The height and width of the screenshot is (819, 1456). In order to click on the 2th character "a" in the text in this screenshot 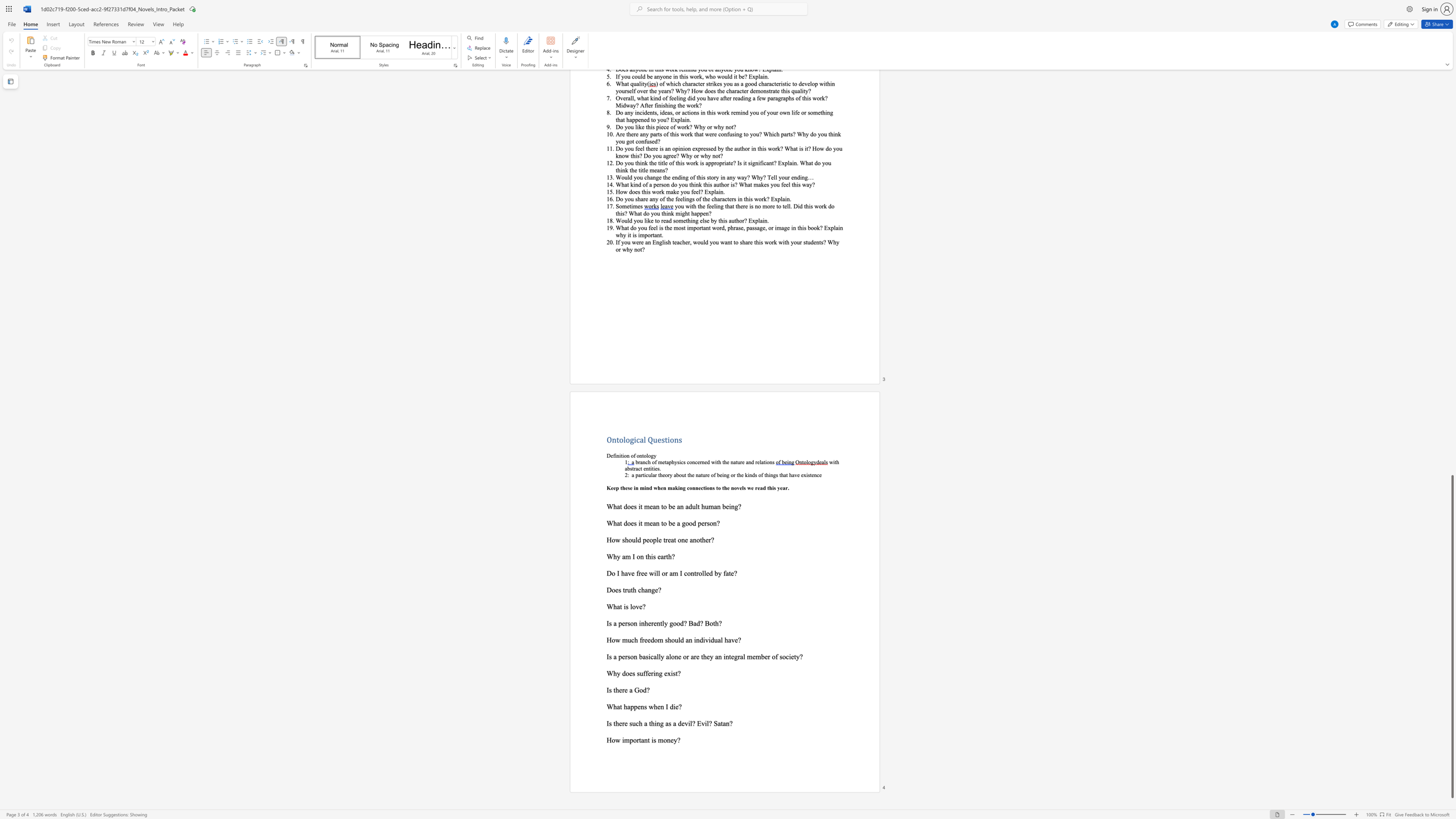, I will do `click(654, 522)`.